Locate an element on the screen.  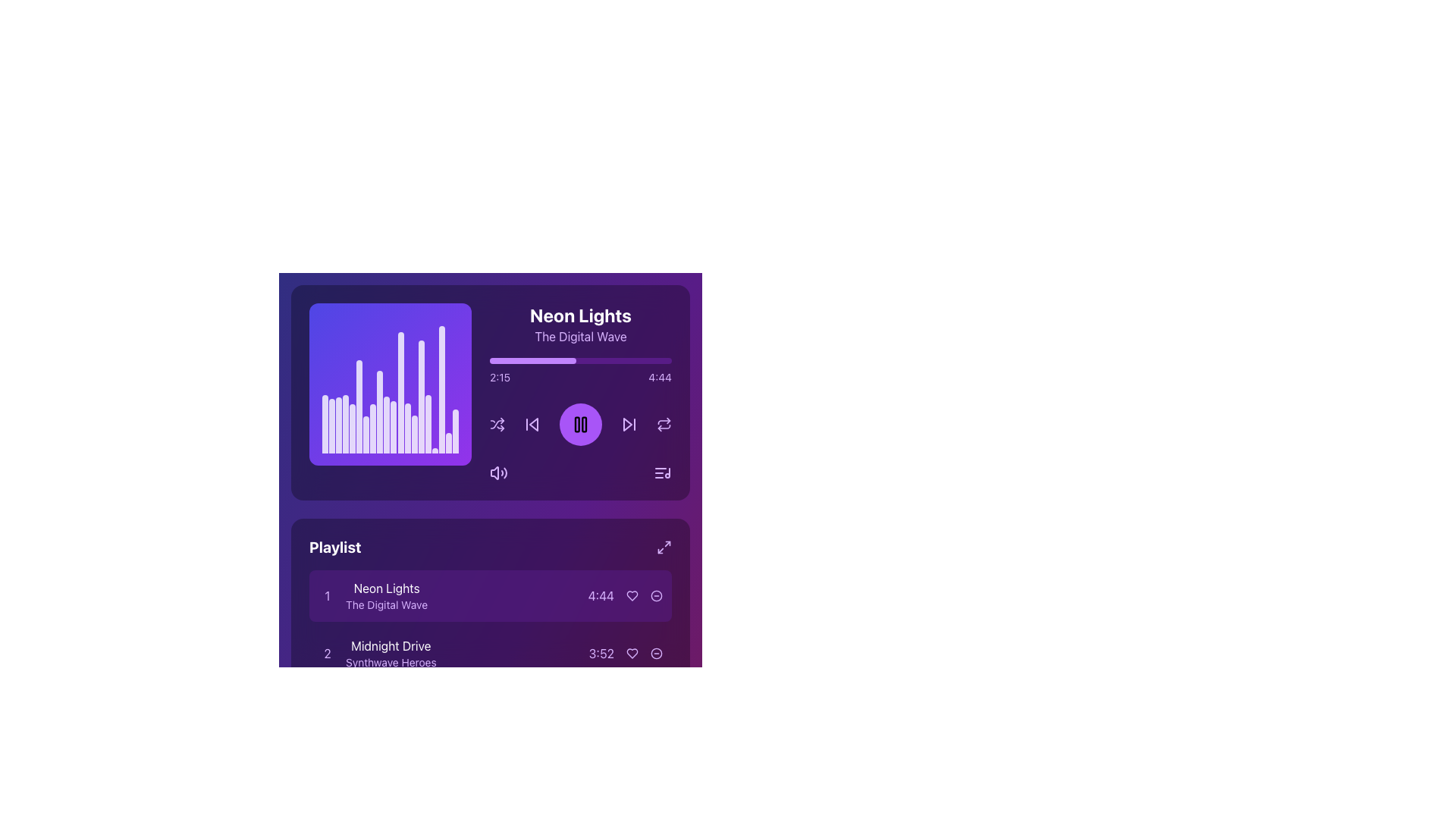
the text label that shows the total duration of the currently playing track, located at the top-right corner of the interface, to the right of the 'Neon Lights' song title and progress bar is located at coordinates (660, 376).